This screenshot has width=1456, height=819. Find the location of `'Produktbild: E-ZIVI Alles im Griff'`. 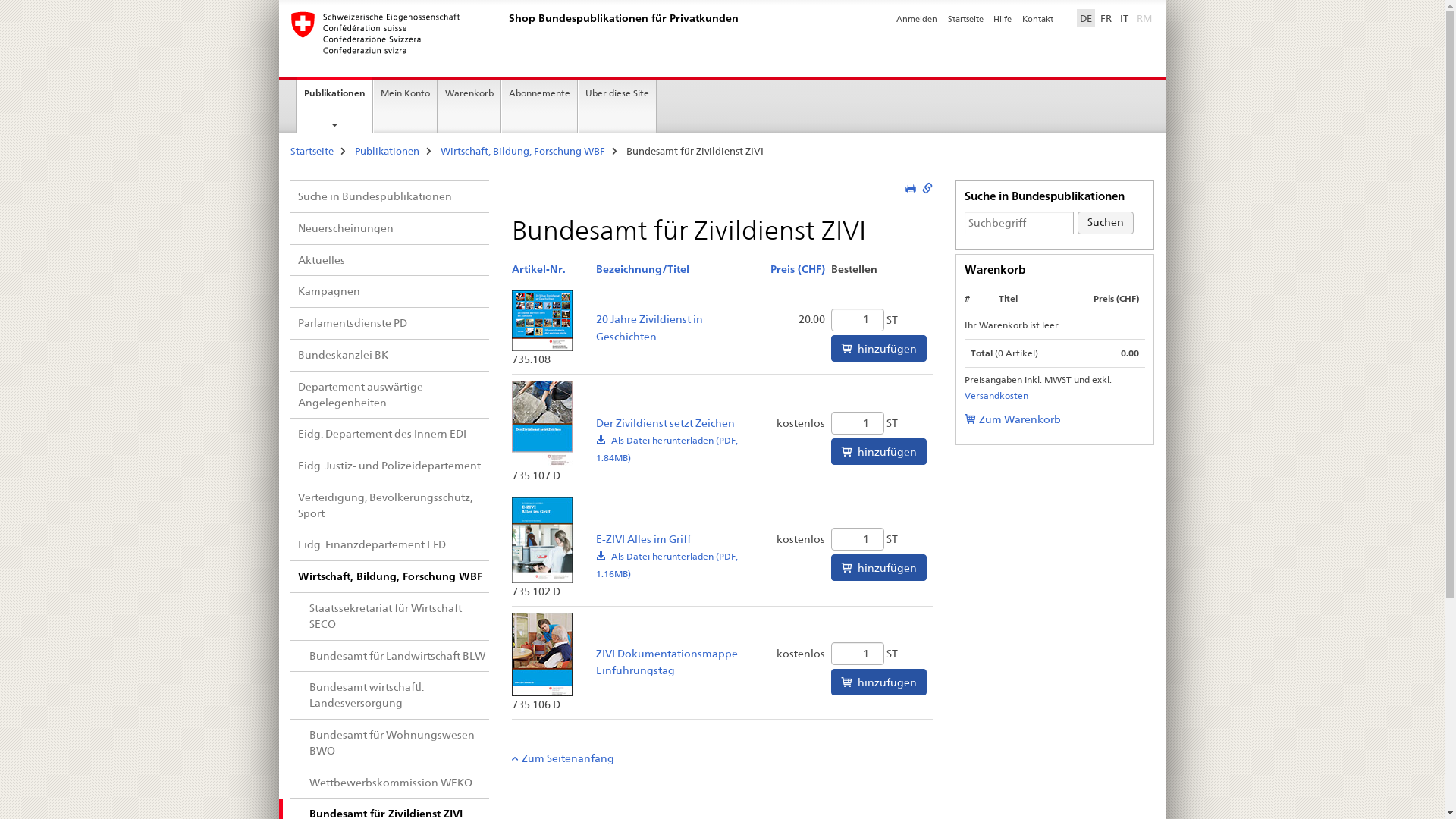

'Produktbild: E-ZIVI Alles im Griff' is located at coordinates (542, 538).